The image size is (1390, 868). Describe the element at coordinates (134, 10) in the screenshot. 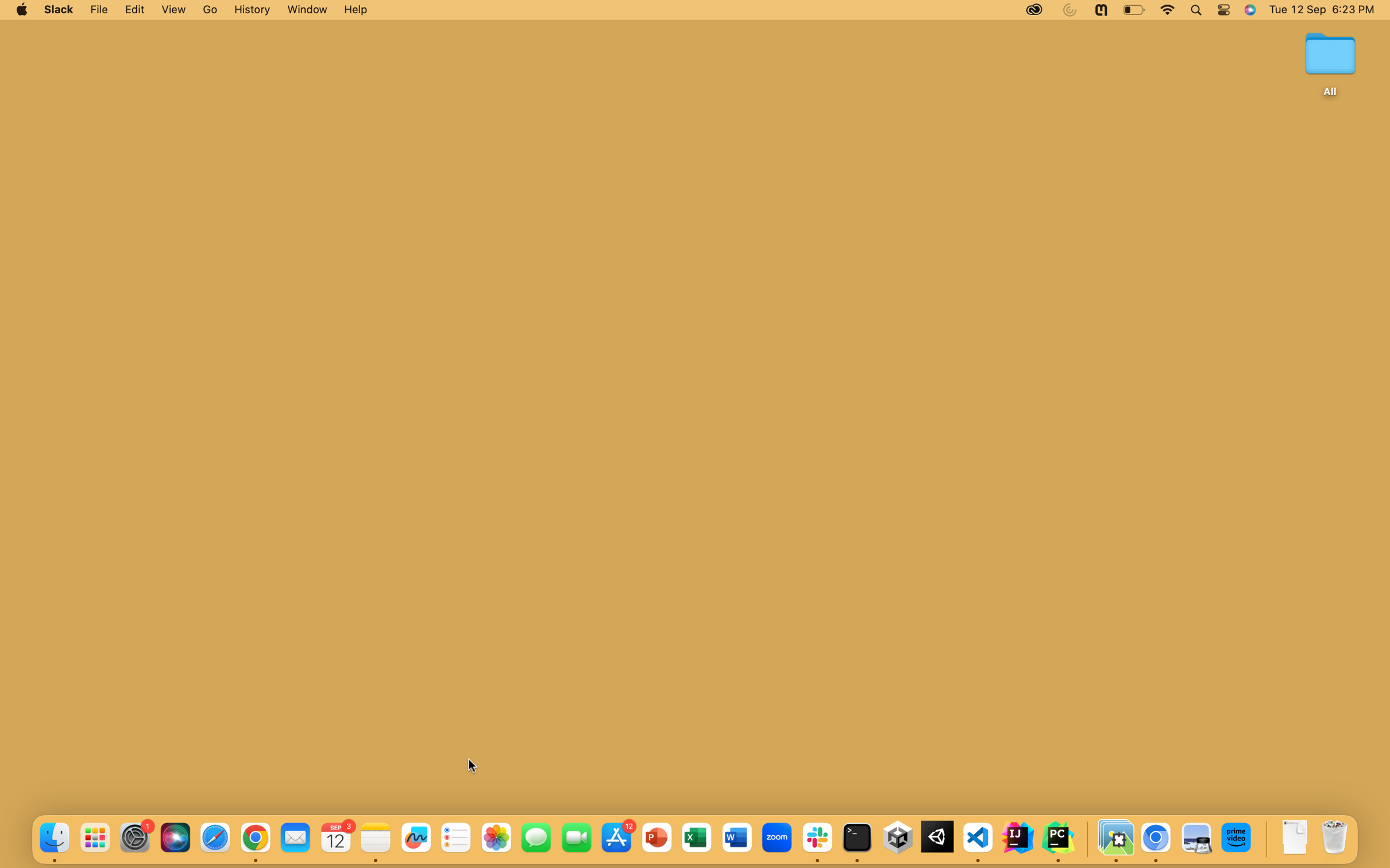

I see `the Edit Options function` at that location.